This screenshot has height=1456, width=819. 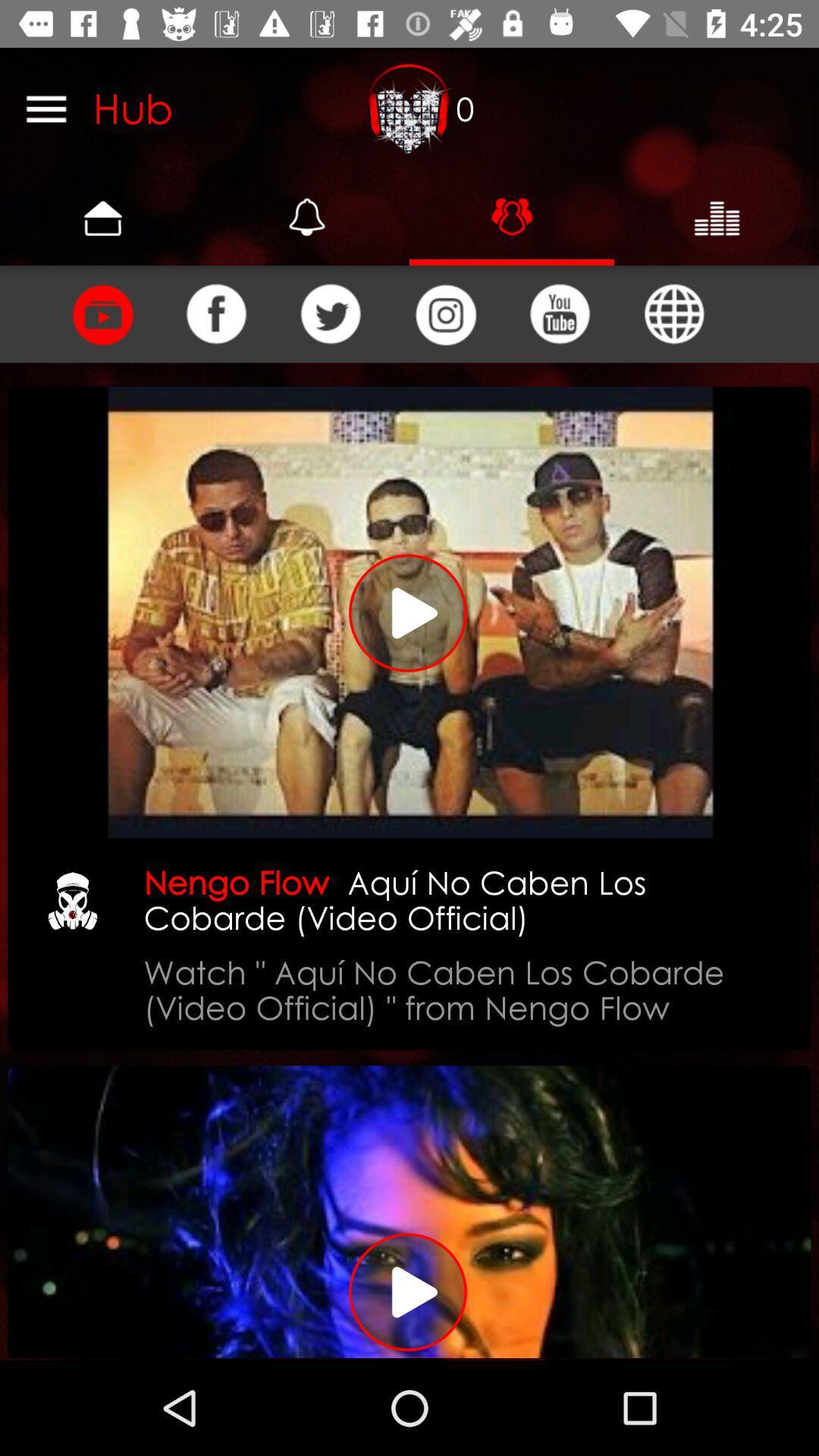 What do you see at coordinates (102, 313) in the screenshot?
I see `the clip of any song` at bounding box center [102, 313].